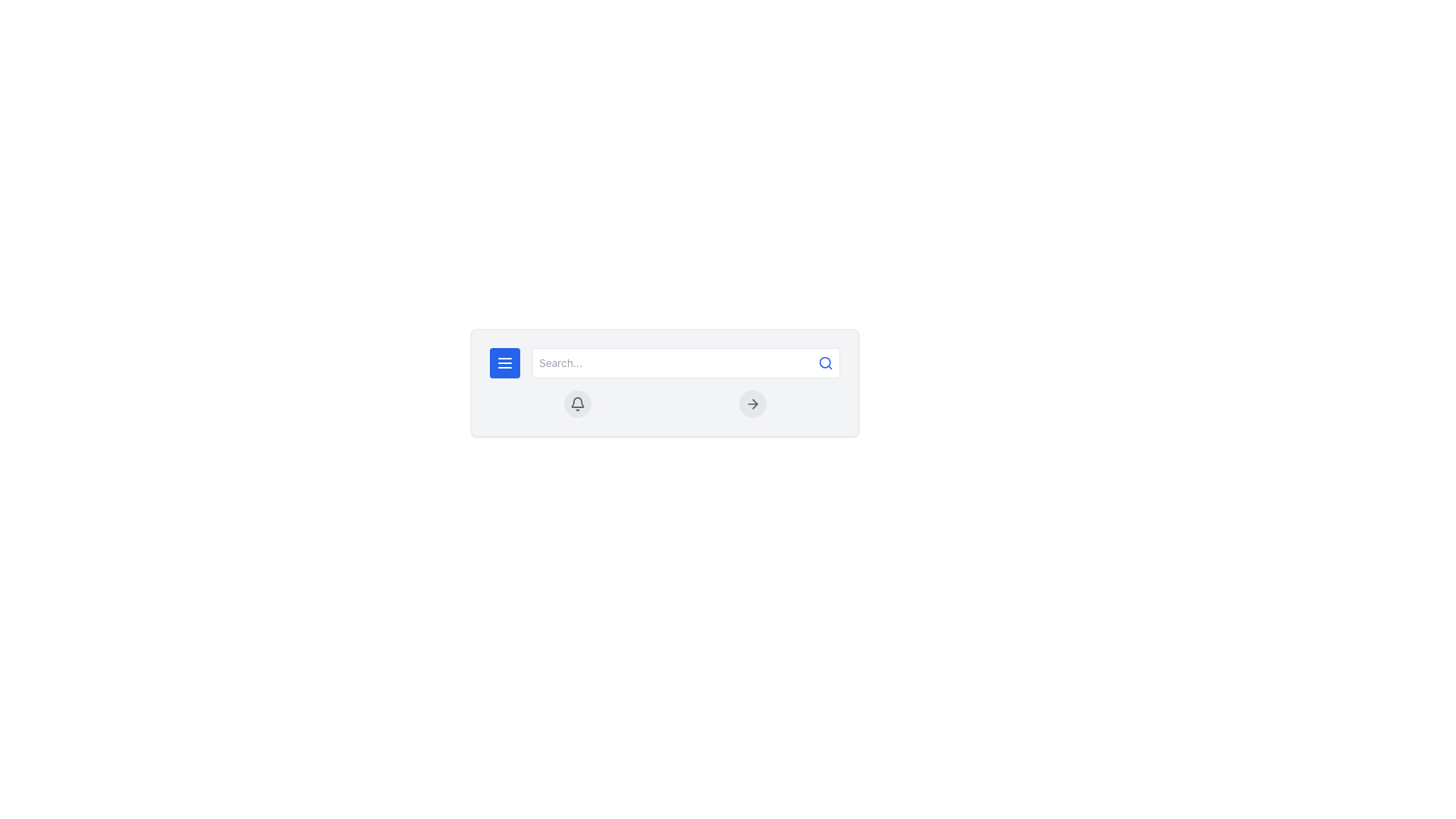  I want to click on the leftmost button in the horizontal row for accessibility navigation, so click(505, 362).